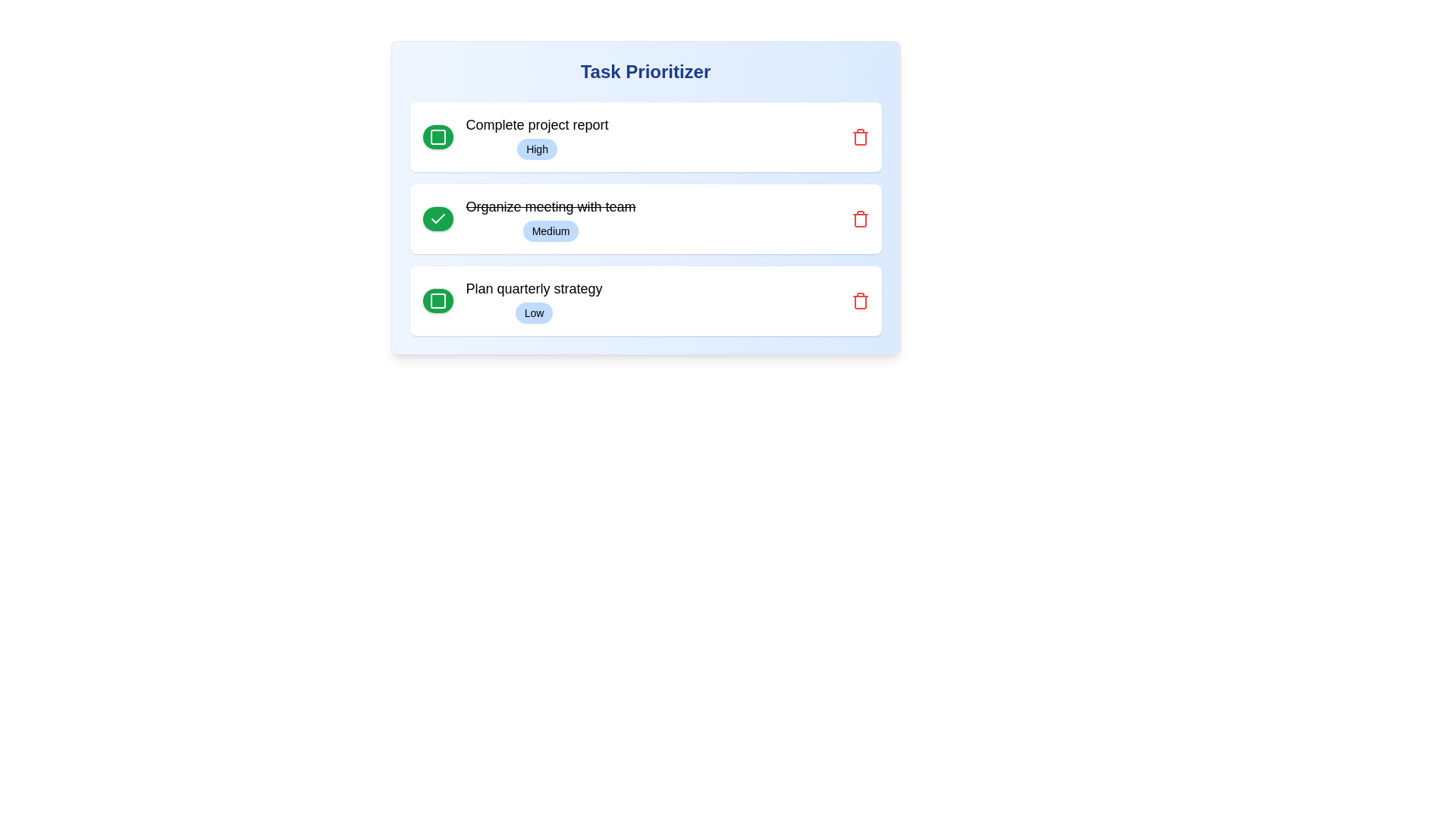 The height and width of the screenshot is (819, 1456). I want to click on the interactive areas surrounding the 'Complete project report' text label with a 'High' priority badge, which is the first item in the task list under 'Task Prioritizer', so click(515, 137).